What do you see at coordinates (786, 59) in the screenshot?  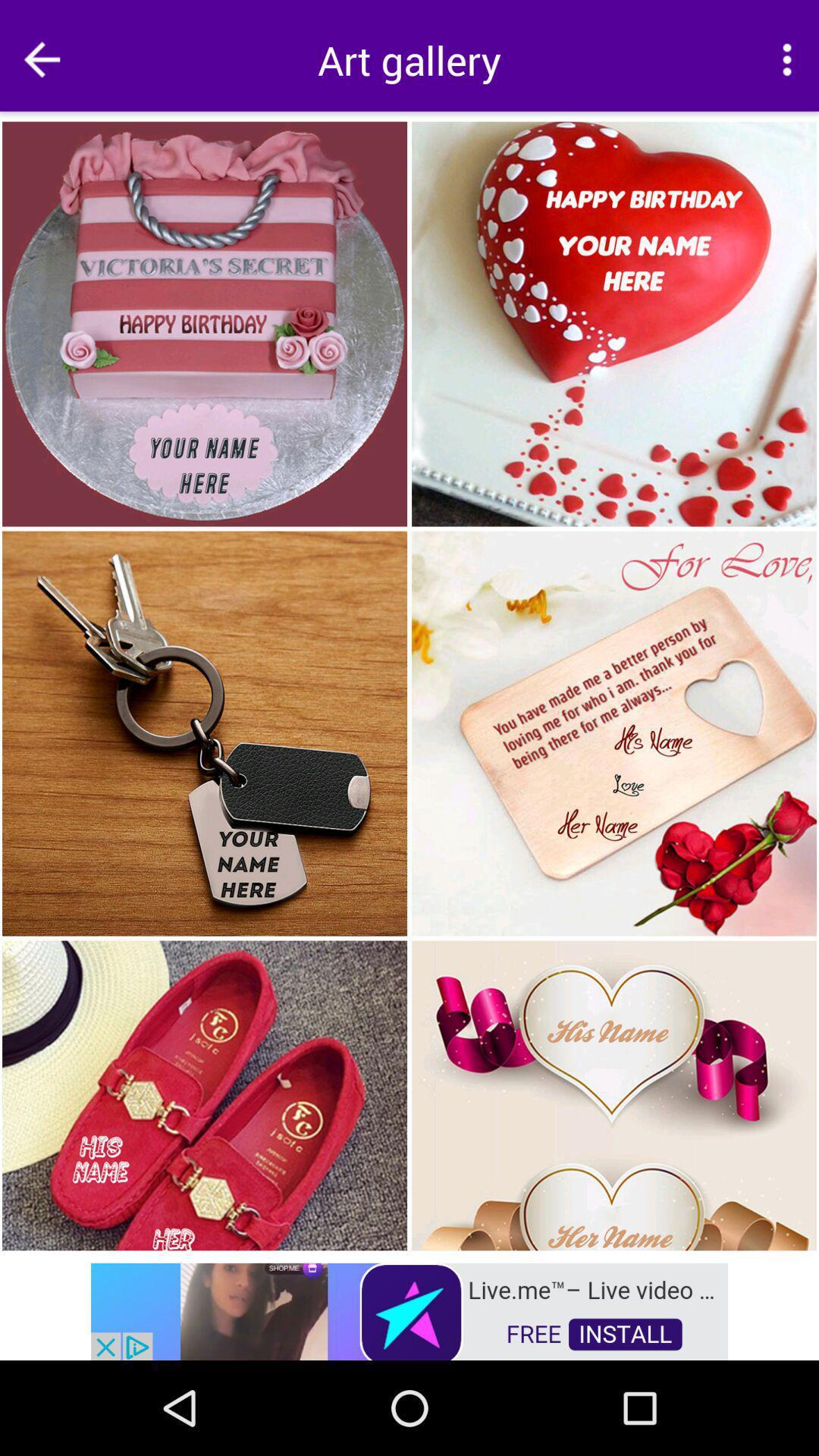 I see `more options` at bounding box center [786, 59].